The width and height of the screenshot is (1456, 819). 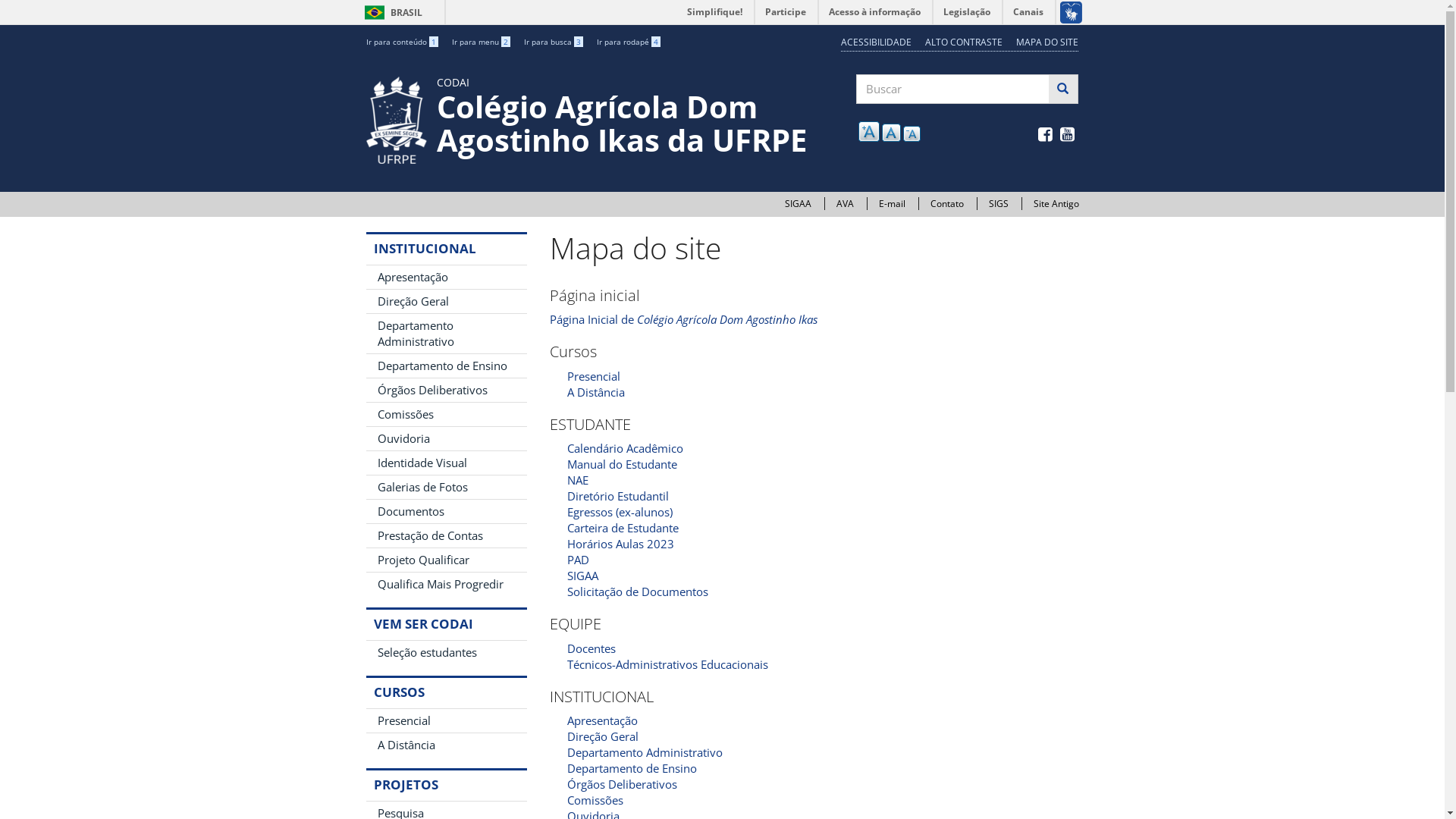 I want to click on 'Contato', so click(x=946, y=202).